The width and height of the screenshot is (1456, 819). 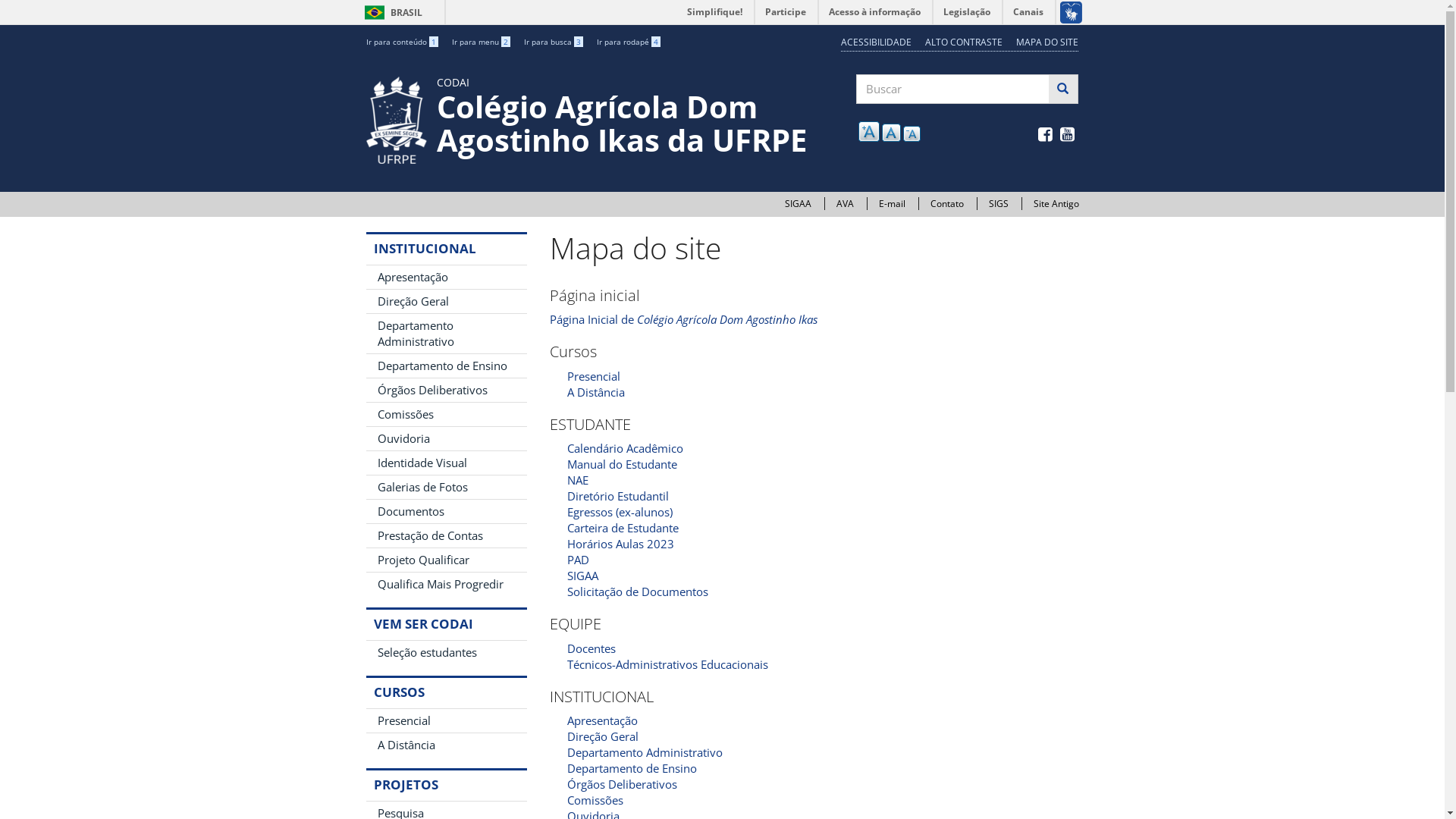 I want to click on 'Contato', so click(x=946, y=202).